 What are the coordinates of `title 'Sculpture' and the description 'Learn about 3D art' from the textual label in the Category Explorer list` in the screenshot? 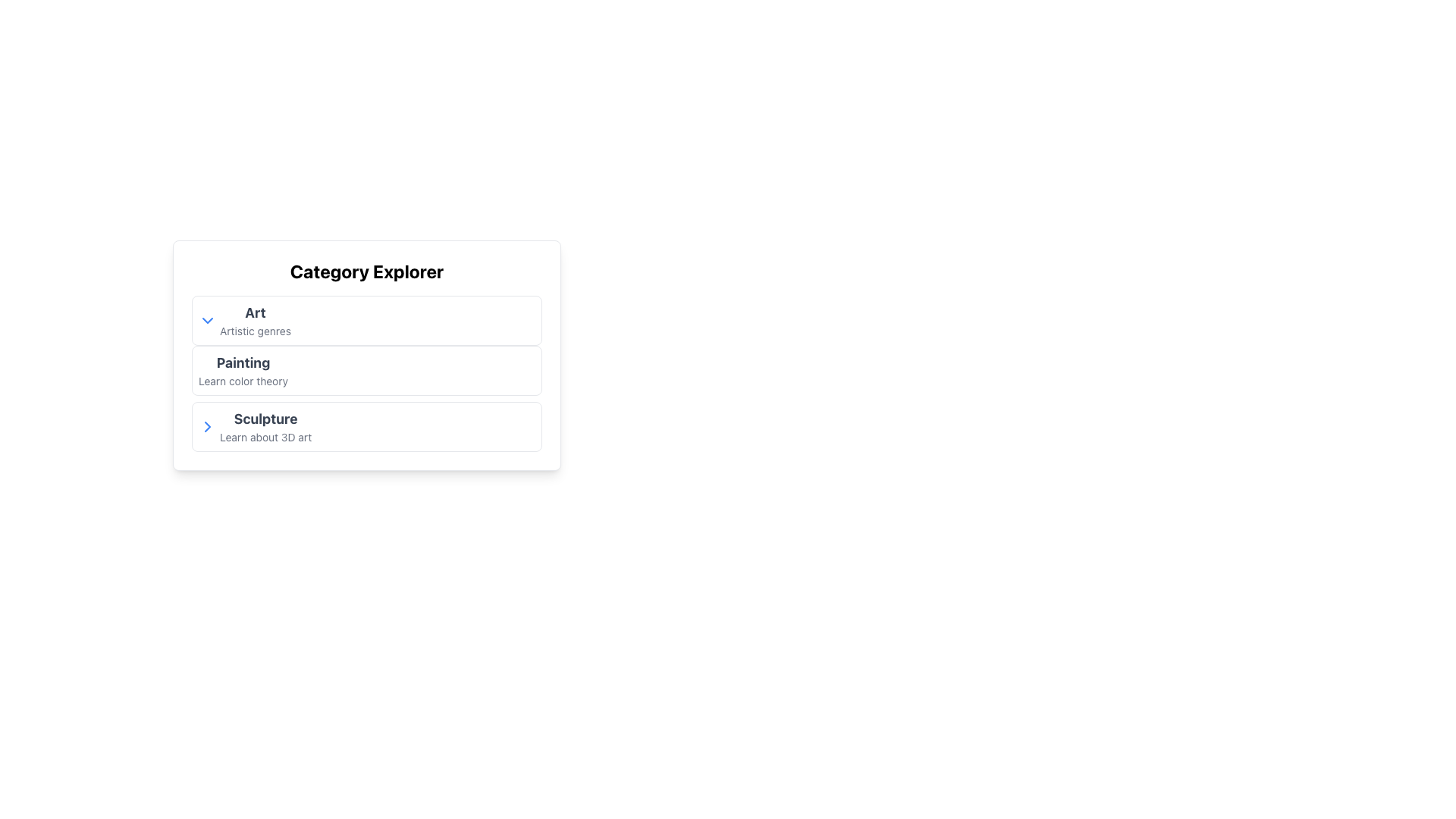 It's located at (265, 427).